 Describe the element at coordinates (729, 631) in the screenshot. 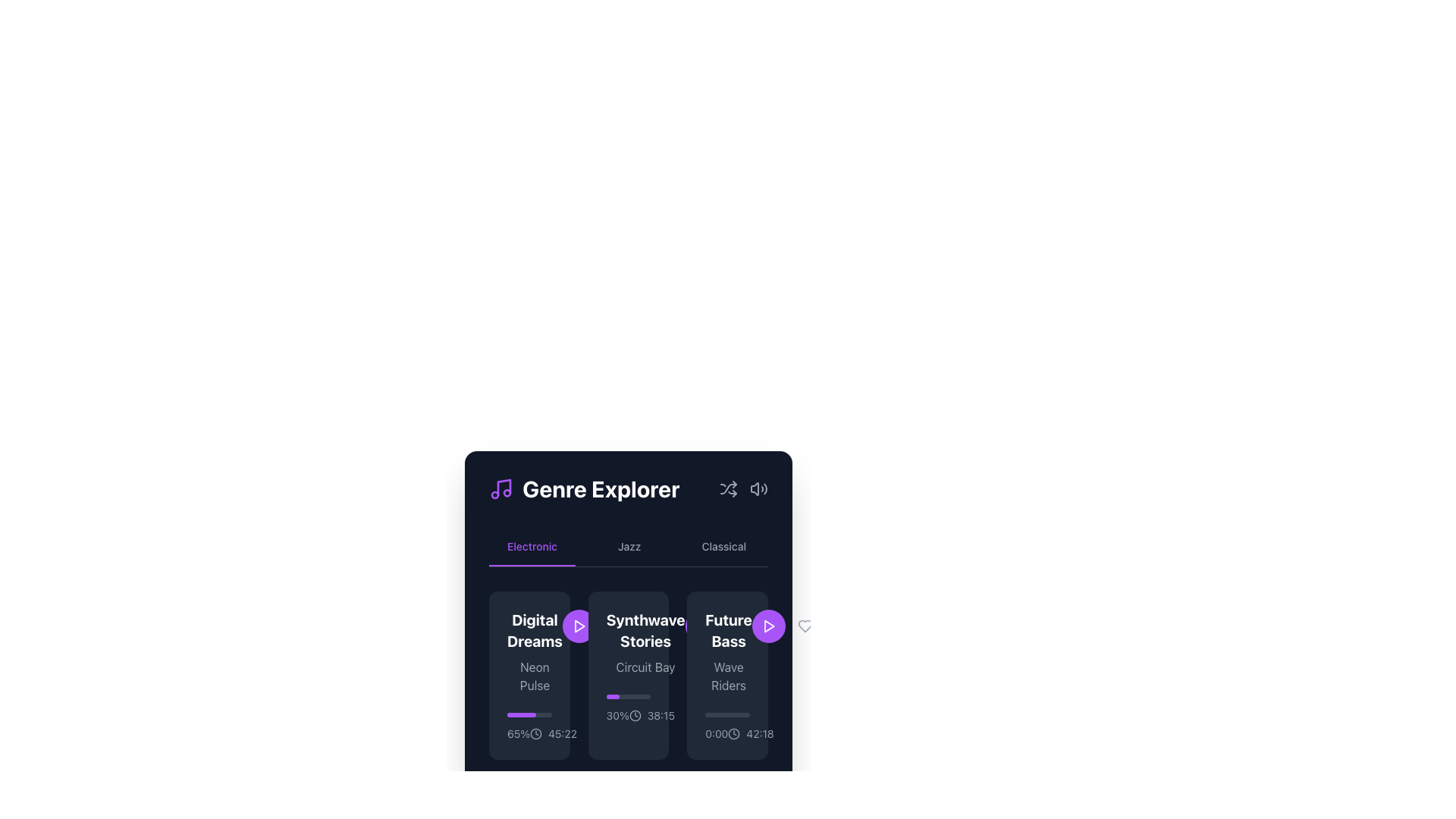

I see `text label displaying 'Future Bass' in bold, white font, located at the top of the rightmost box in the 'Electronic' section of the 'Genre Explorer' interface` at that location.